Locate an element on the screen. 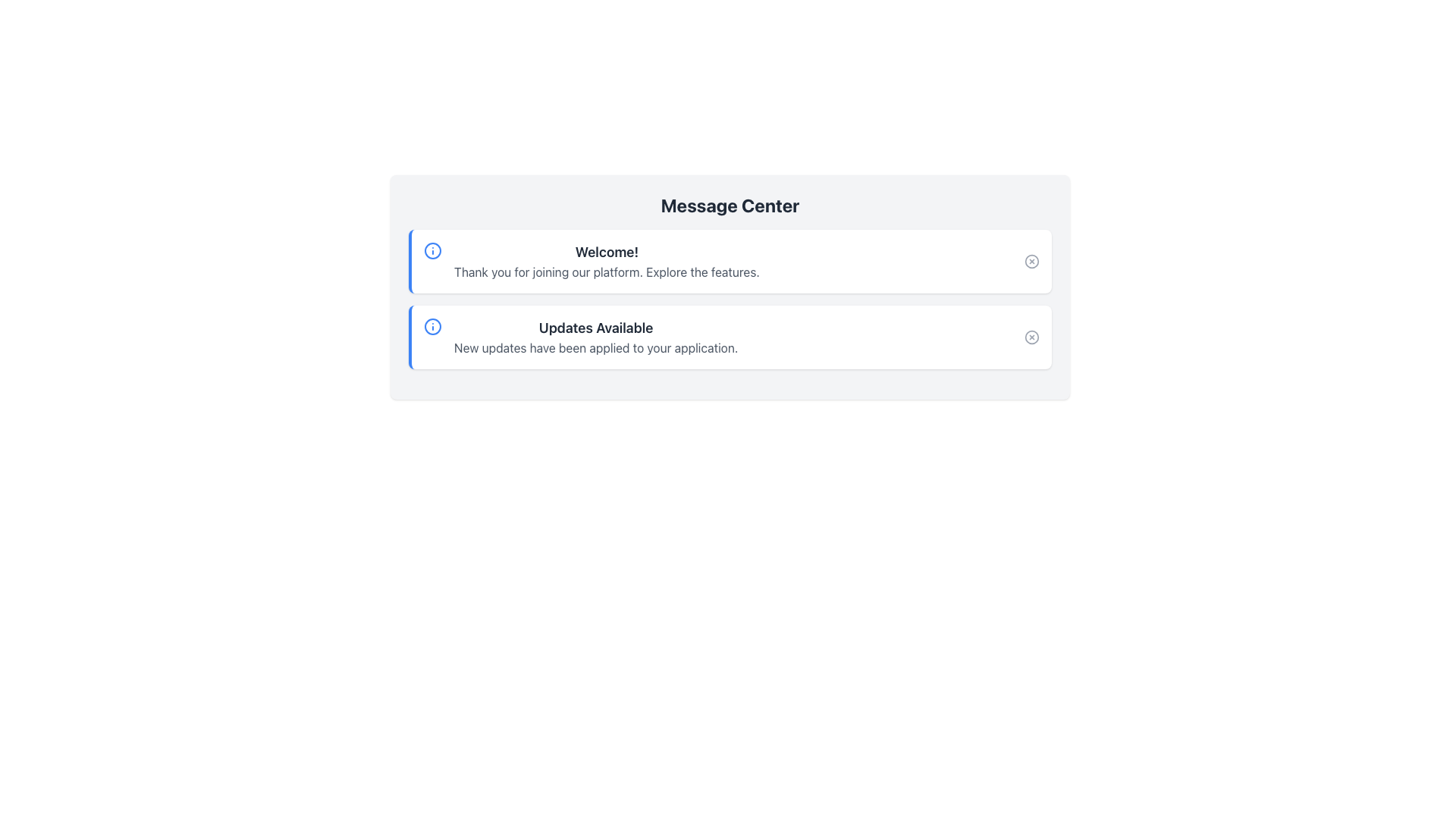 Image resolution: width=1456 pixels, height=819 pixels. bold header text labeled 'Welcome!' which is centrally aligned at the top of the 'Message Center' interface is located at coordinates (607, 251).